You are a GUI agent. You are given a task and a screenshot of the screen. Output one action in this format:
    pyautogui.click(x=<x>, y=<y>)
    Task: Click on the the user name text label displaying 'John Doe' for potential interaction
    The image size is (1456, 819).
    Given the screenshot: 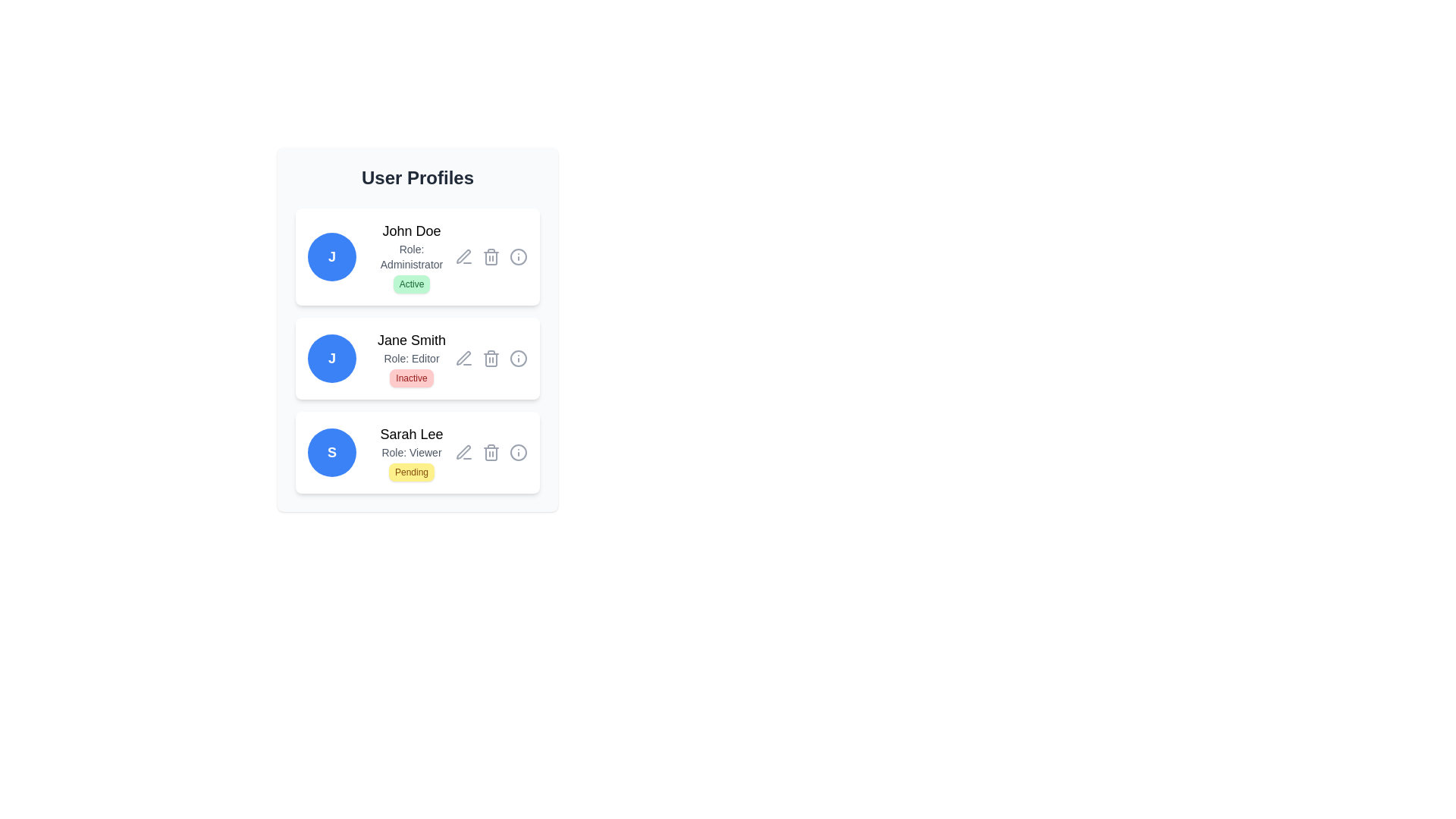 What is the action you would take?
    pyautogui.click(x=411, y=231)
    